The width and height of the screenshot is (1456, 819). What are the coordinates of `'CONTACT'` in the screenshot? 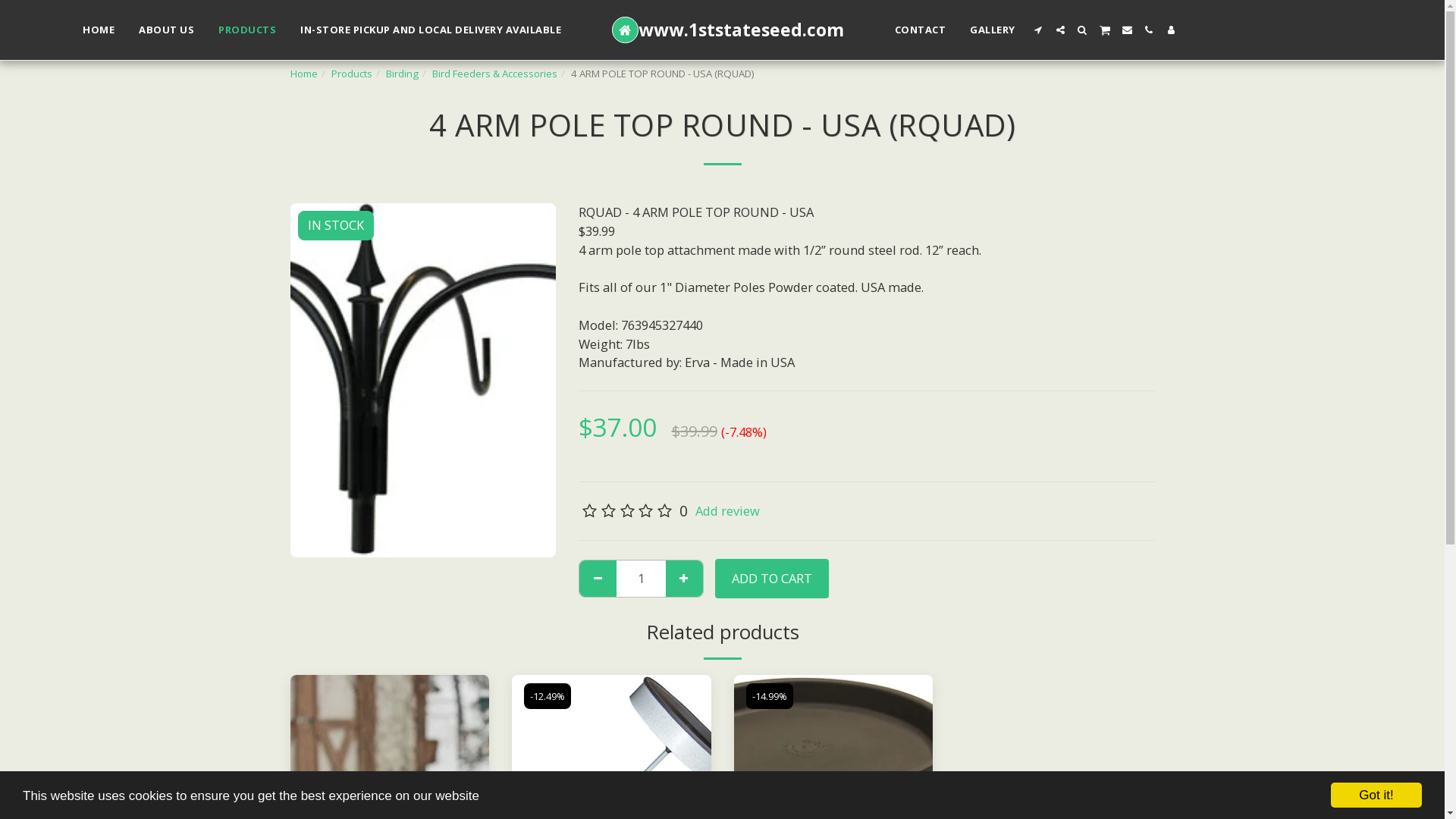 It's located at (920, 29).